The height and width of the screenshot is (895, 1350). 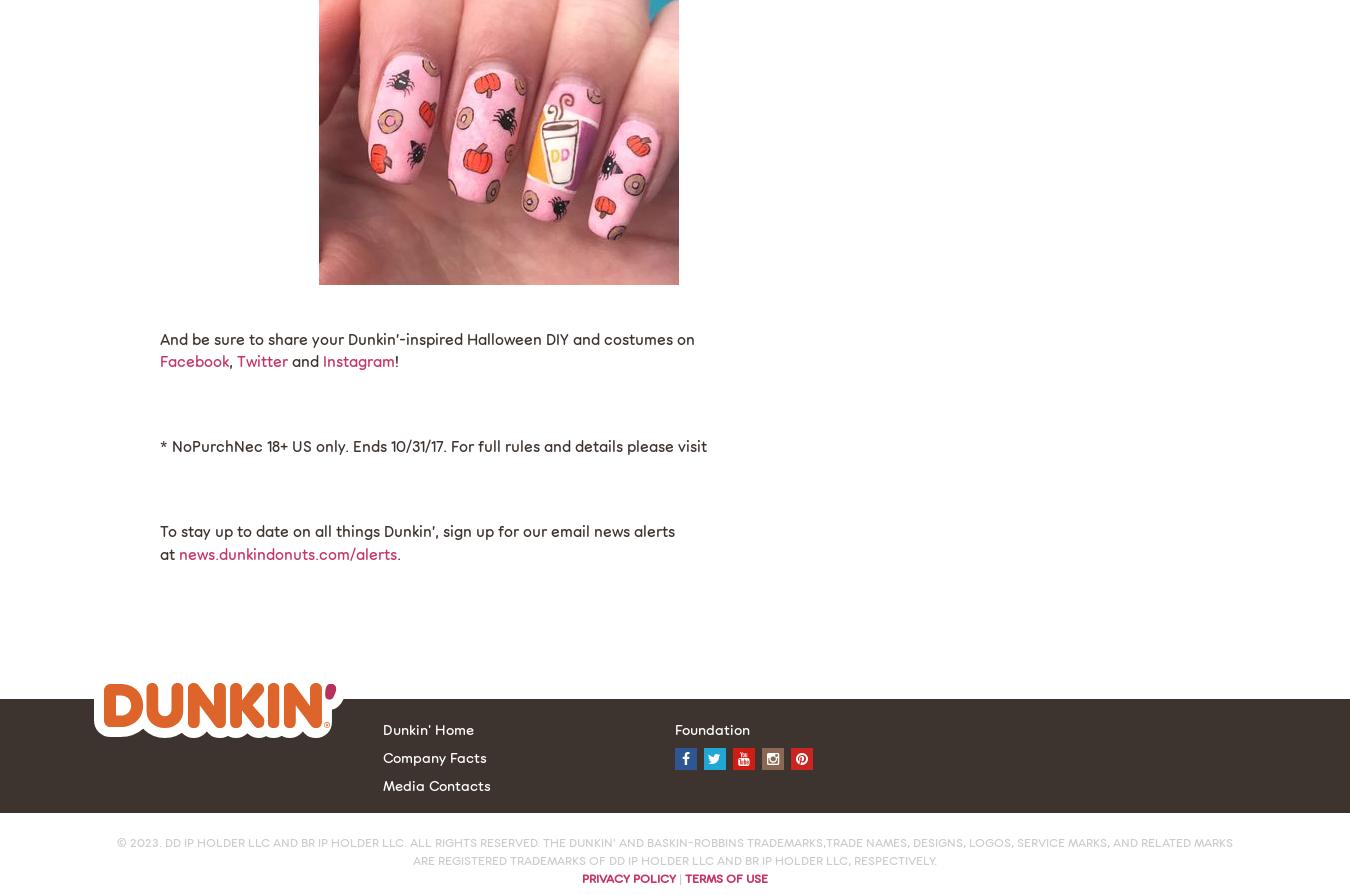 I want to click on 'Media Contacts', so click(x=436, y=784).